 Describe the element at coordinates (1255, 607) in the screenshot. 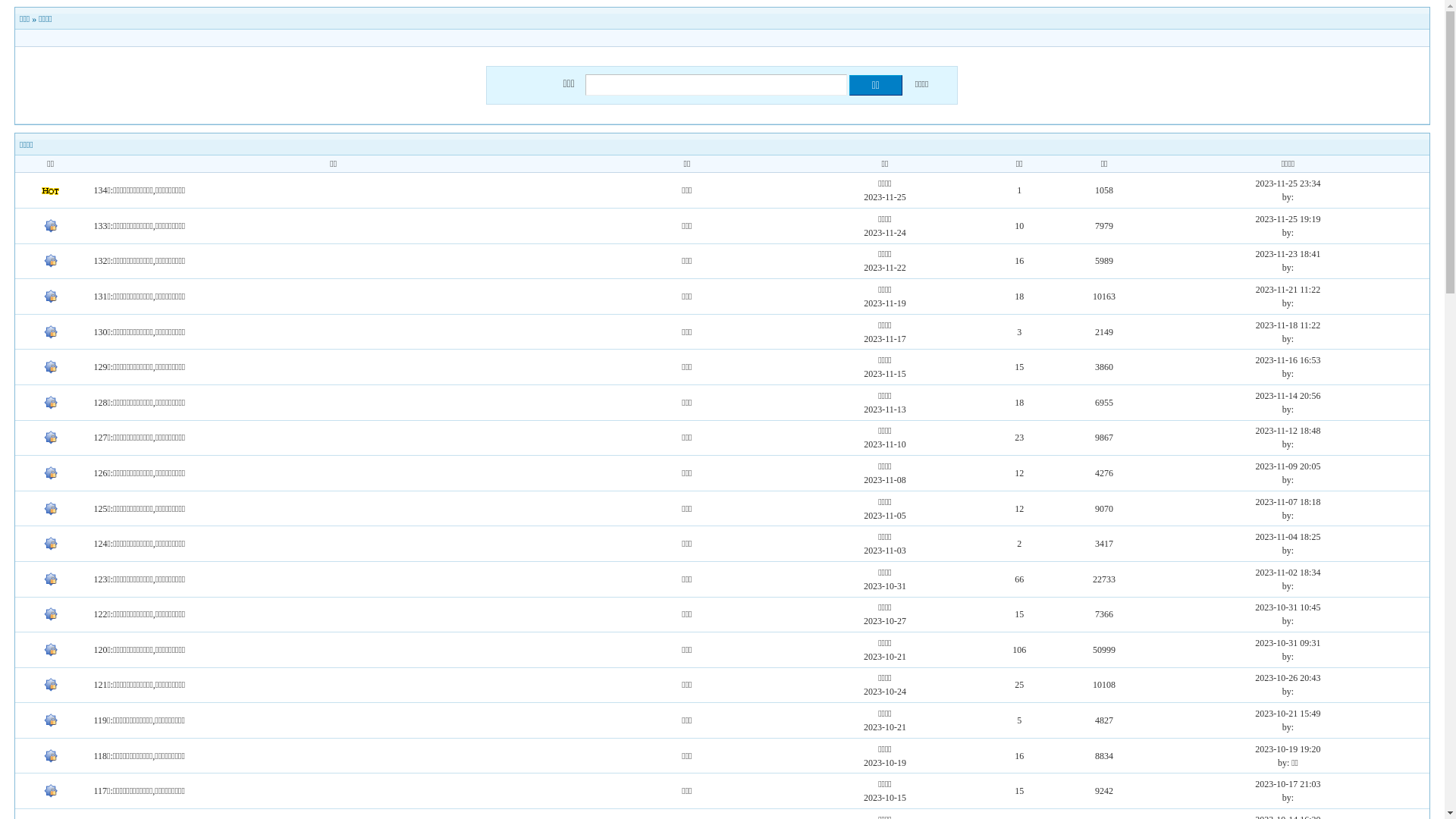

I see `'2023-10-31 10:45'` at that location.